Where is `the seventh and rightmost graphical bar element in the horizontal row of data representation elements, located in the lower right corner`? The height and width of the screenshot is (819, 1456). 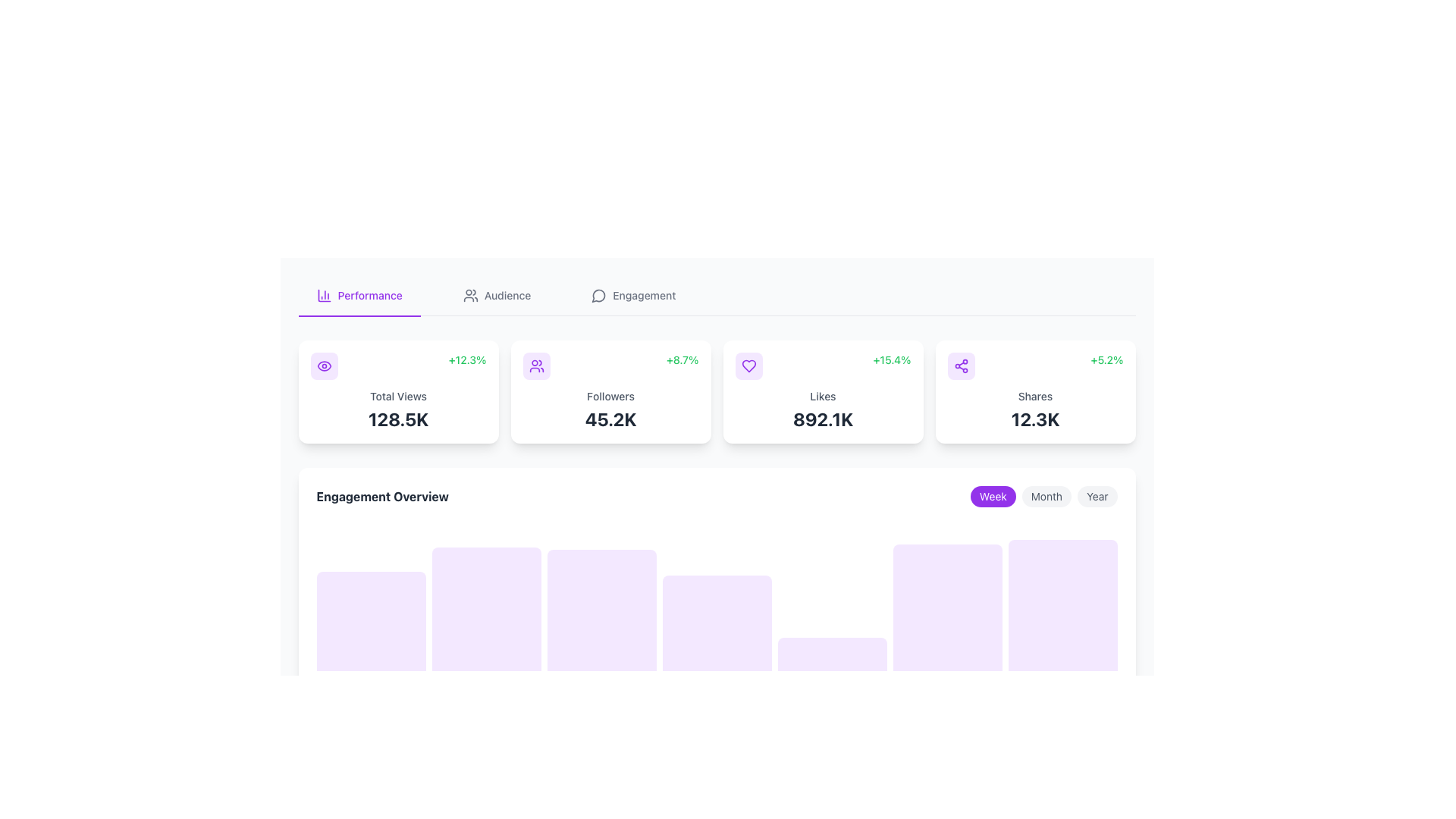
the seventh and rightmost graphical bar element in the horizontal row of data representation elements, located in the lower right corner is located at coordinates (1062, 604).